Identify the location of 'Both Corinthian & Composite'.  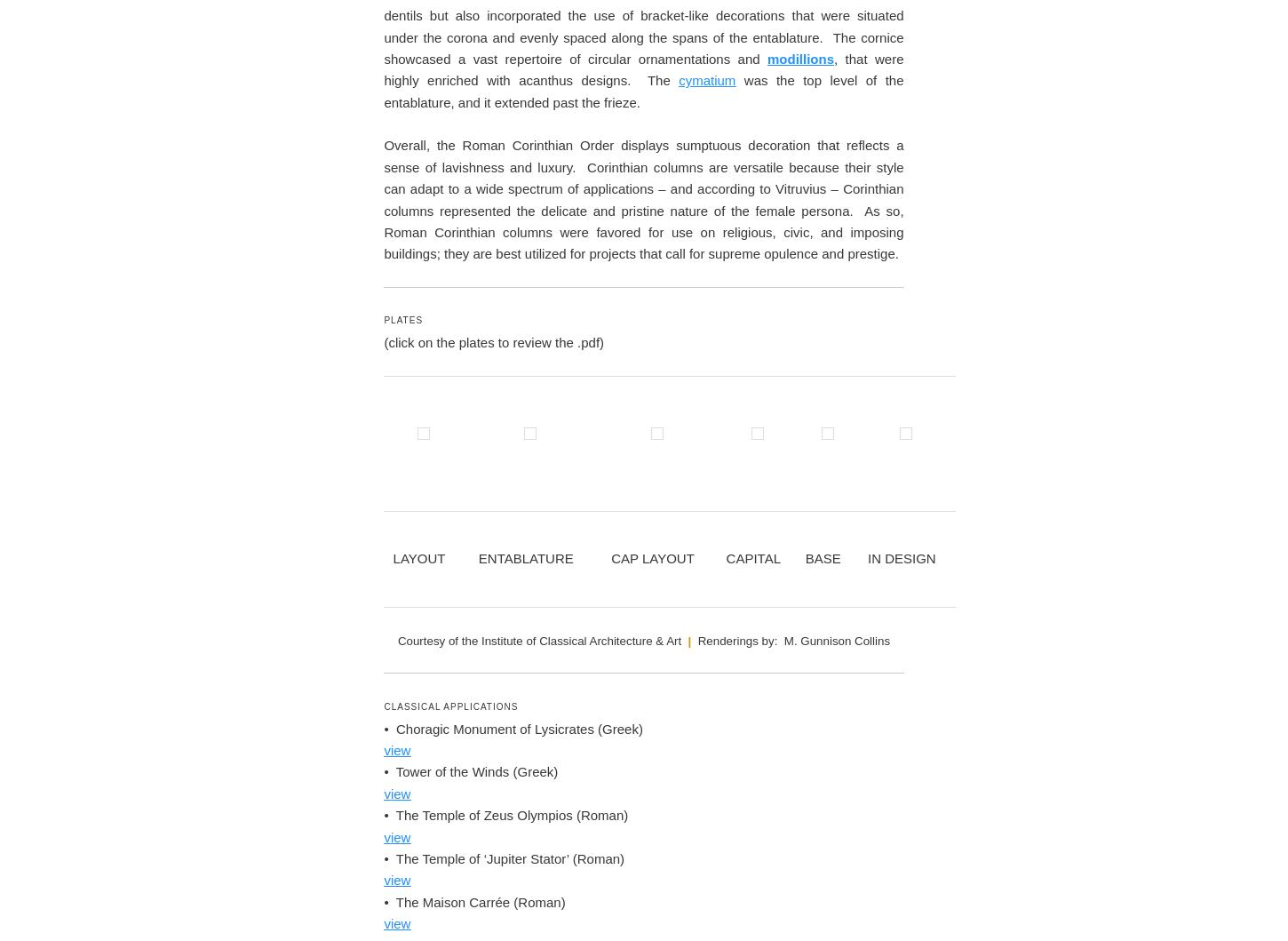
(382, 437).